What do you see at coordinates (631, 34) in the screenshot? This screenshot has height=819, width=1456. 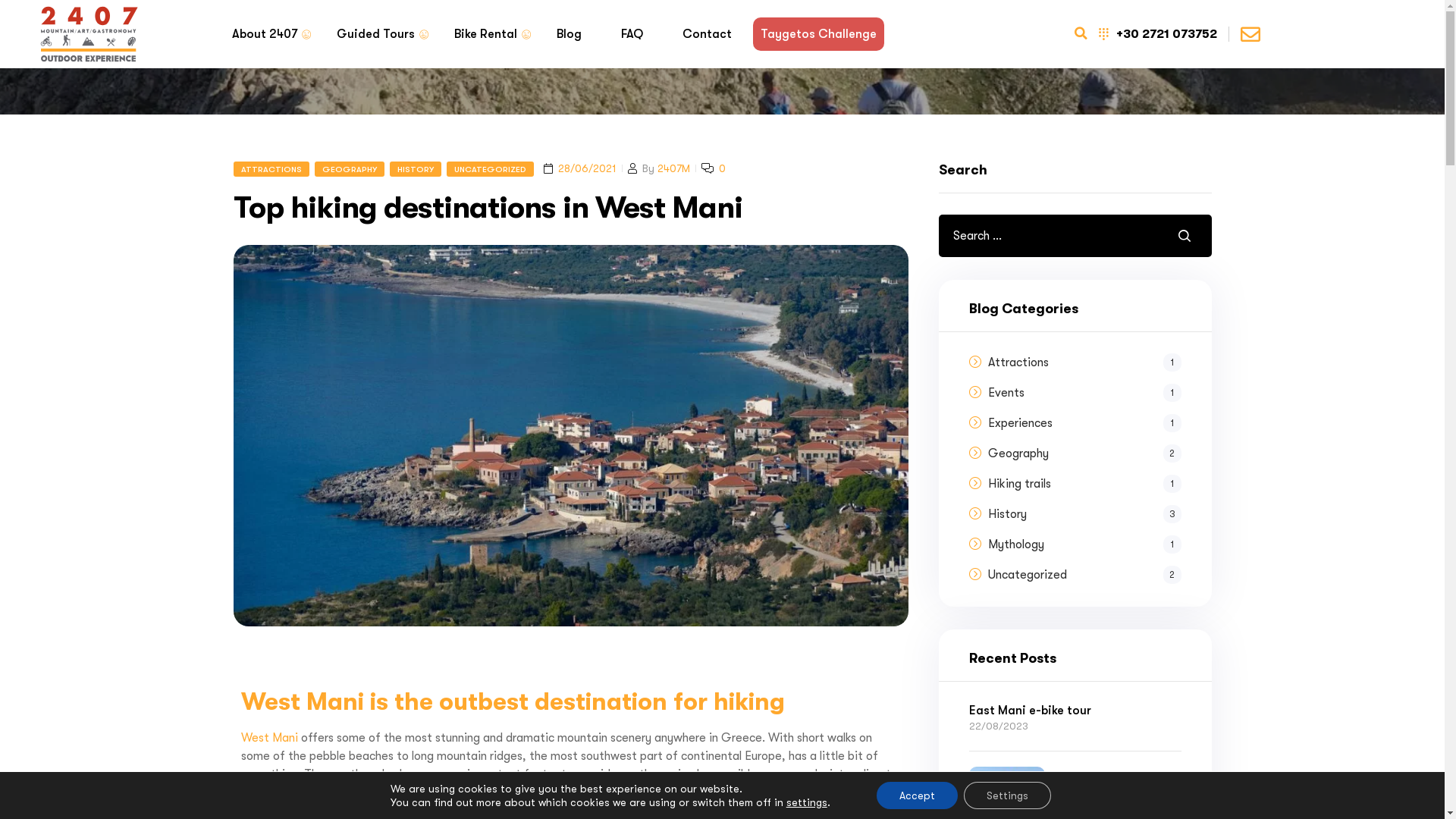 I see `'FAQ'` at bounding box center [631, 34].